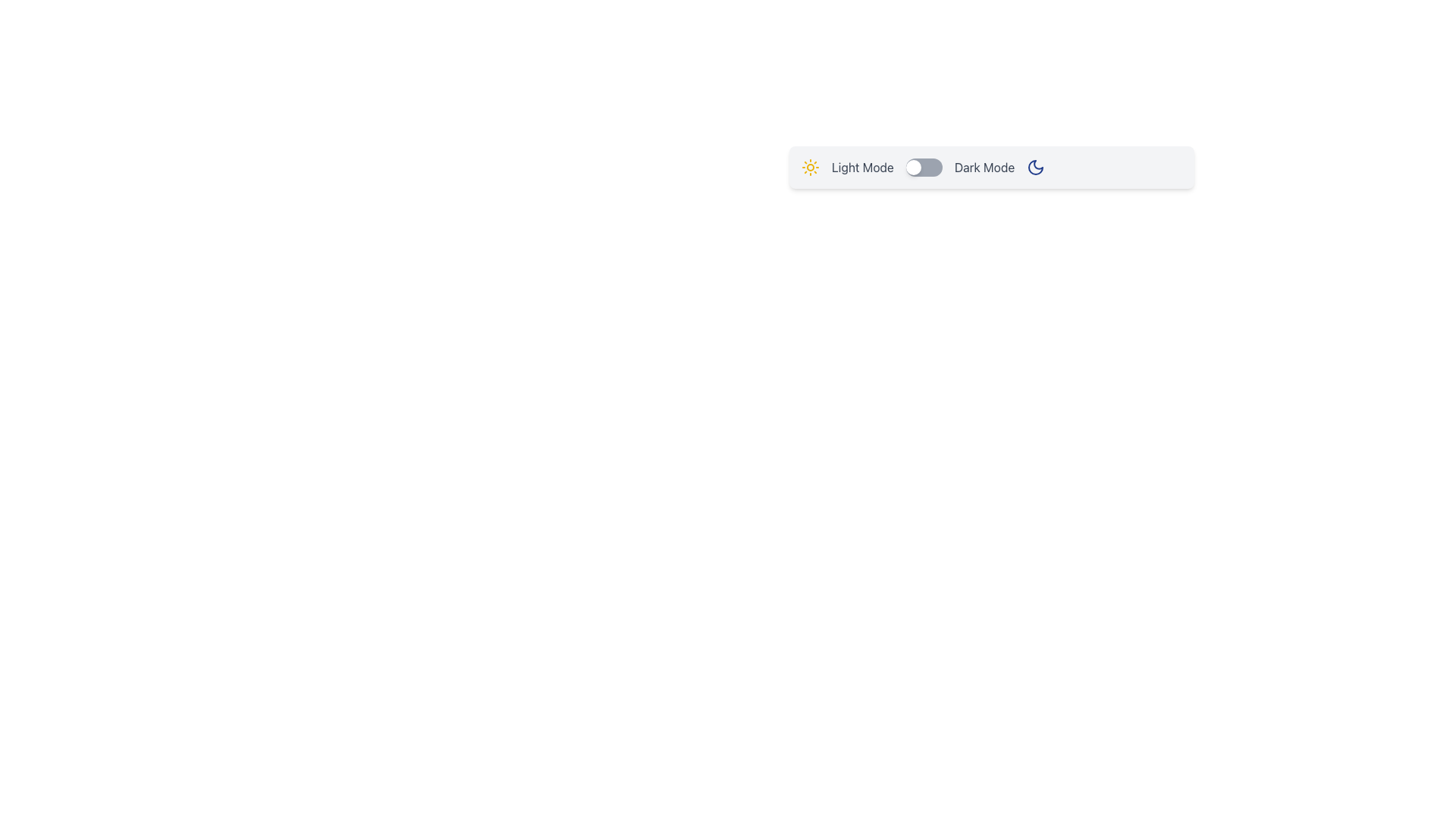 Image resolution: width=1456 pixels, height=819 pixels. Describe the element at coordinates (923, 167) in the screenshot. I see `the toggle switch positioned between 'Light Mode' and 'Dark Mode'` at that location.